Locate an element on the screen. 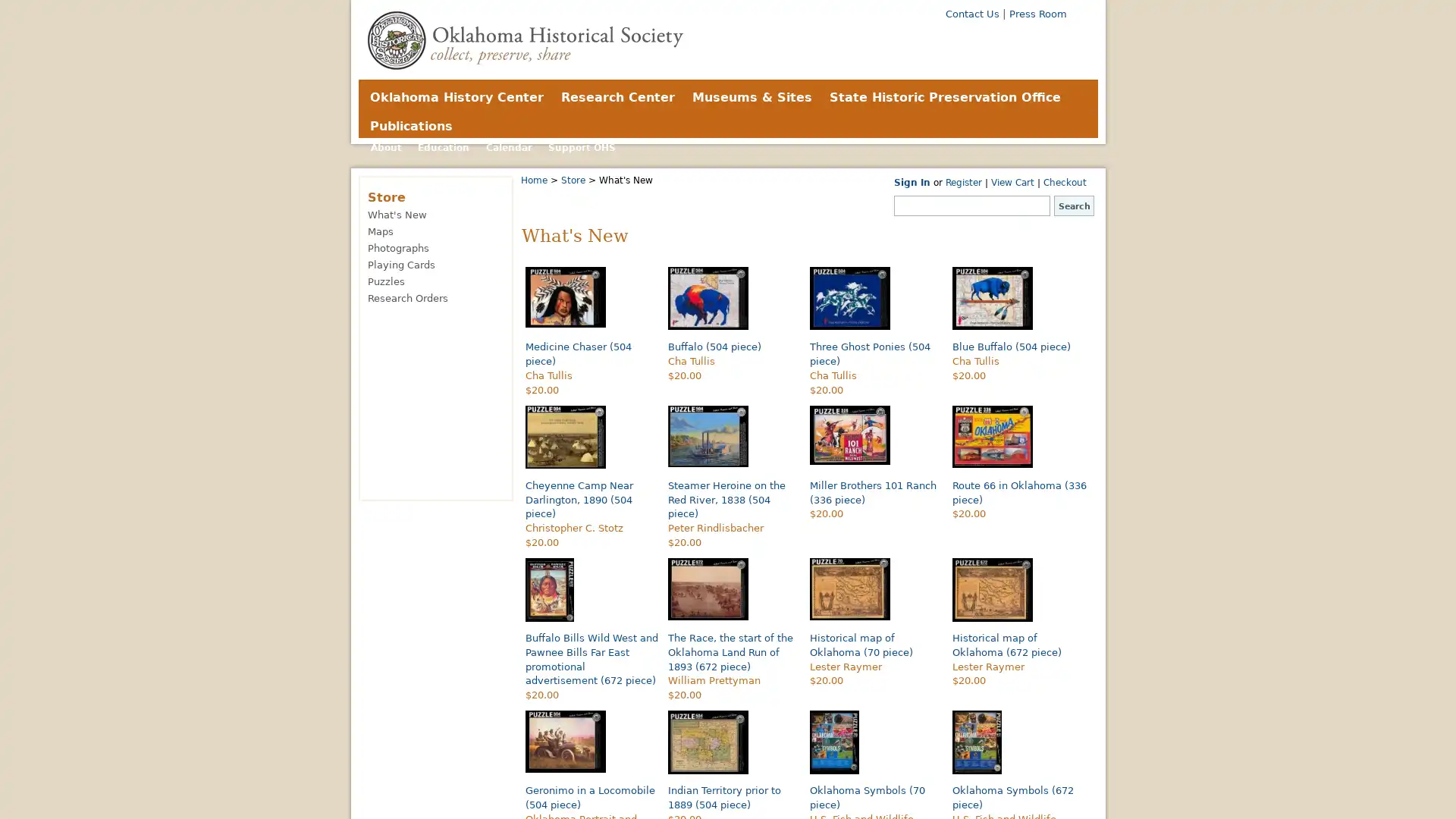 Image resolution: width=1456 pixels, height=819 pixels. Search is located at coordinates (1072, 206).